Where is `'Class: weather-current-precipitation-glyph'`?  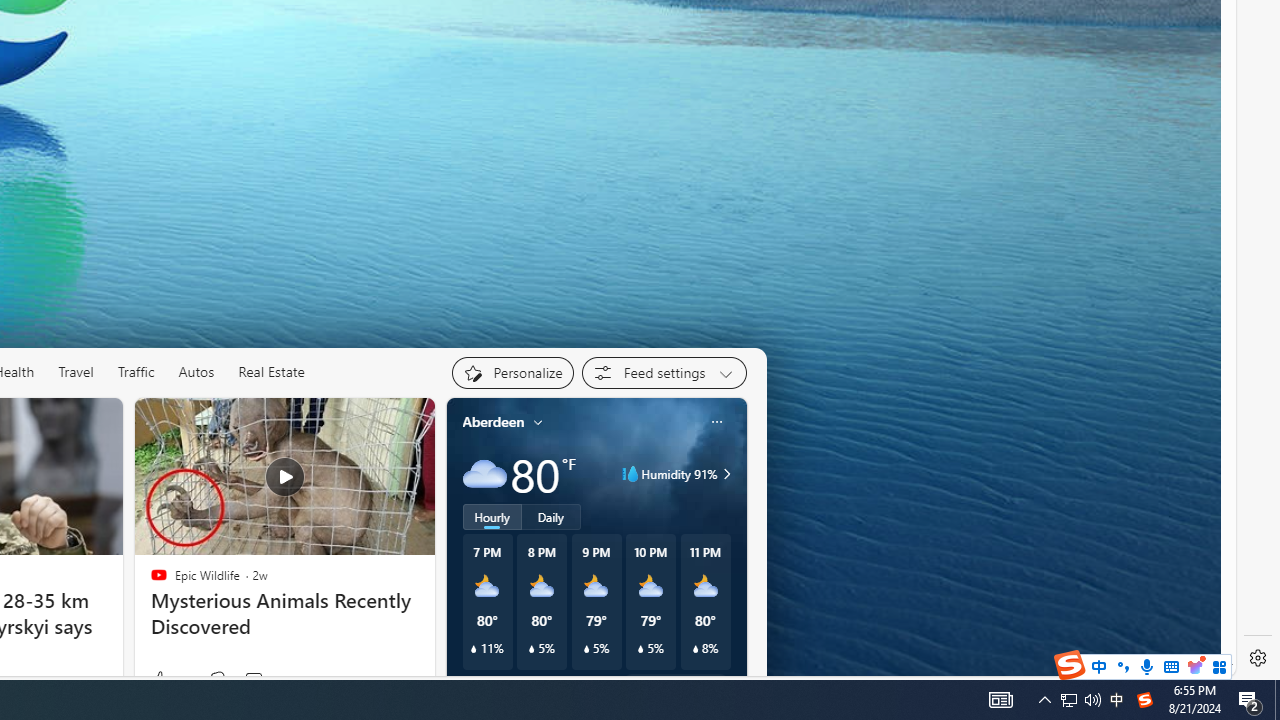 'Class: weather-current-precipitation-glyph' is located at coordinates (695, 649).